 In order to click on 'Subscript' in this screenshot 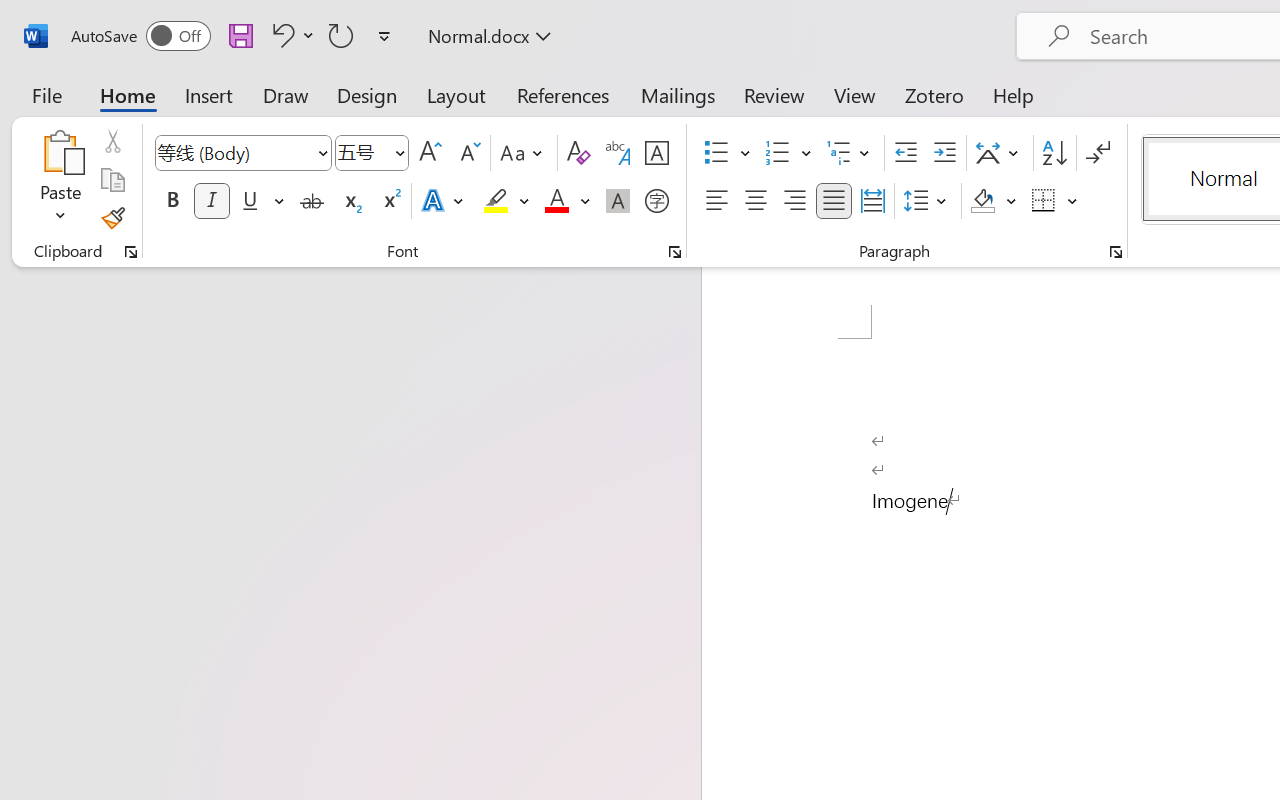, I will do `click(350, 201)`.